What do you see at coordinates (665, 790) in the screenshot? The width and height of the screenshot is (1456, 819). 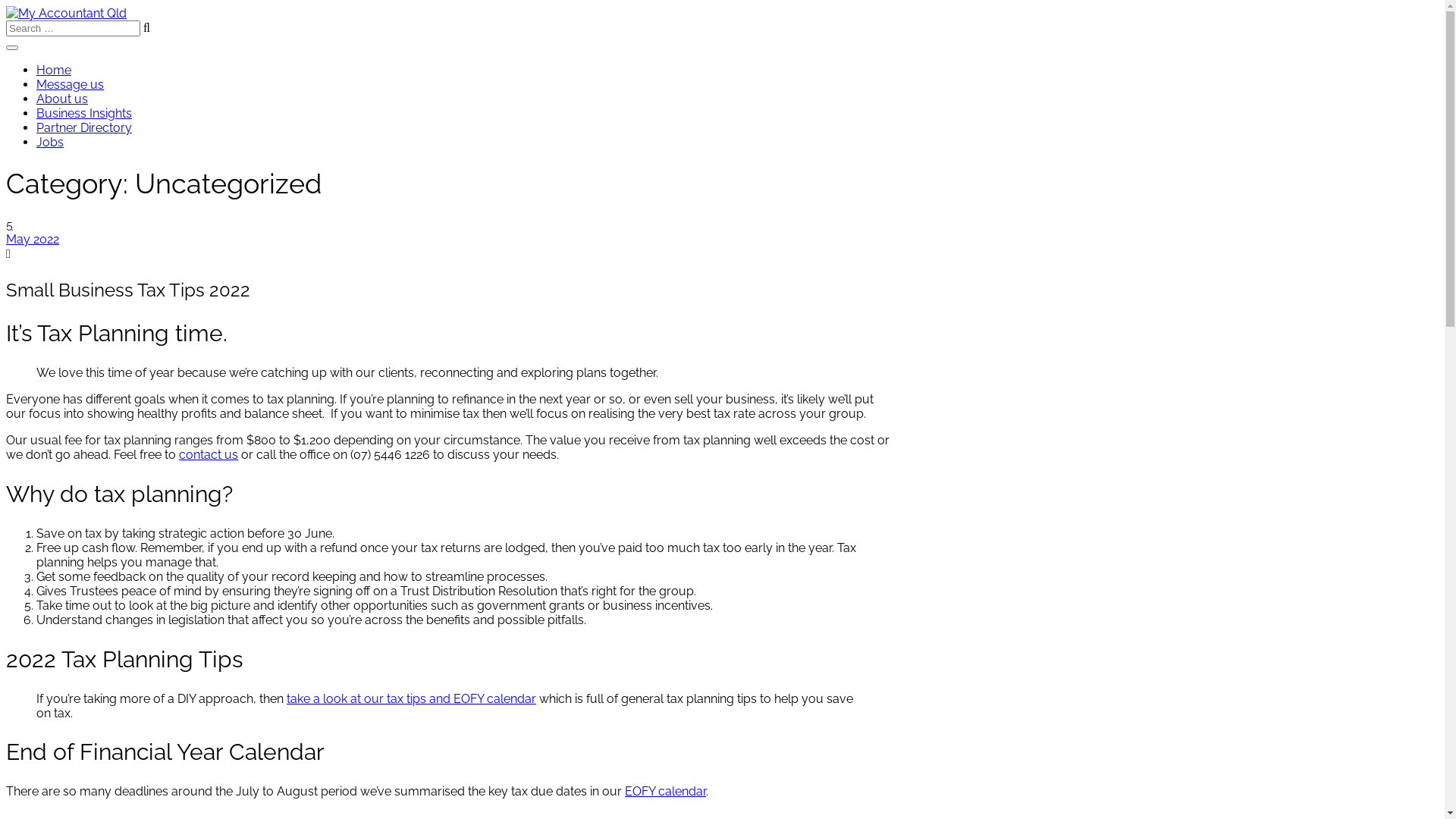 I see `'EOFY calendar'` at bounding box center [665, 790].